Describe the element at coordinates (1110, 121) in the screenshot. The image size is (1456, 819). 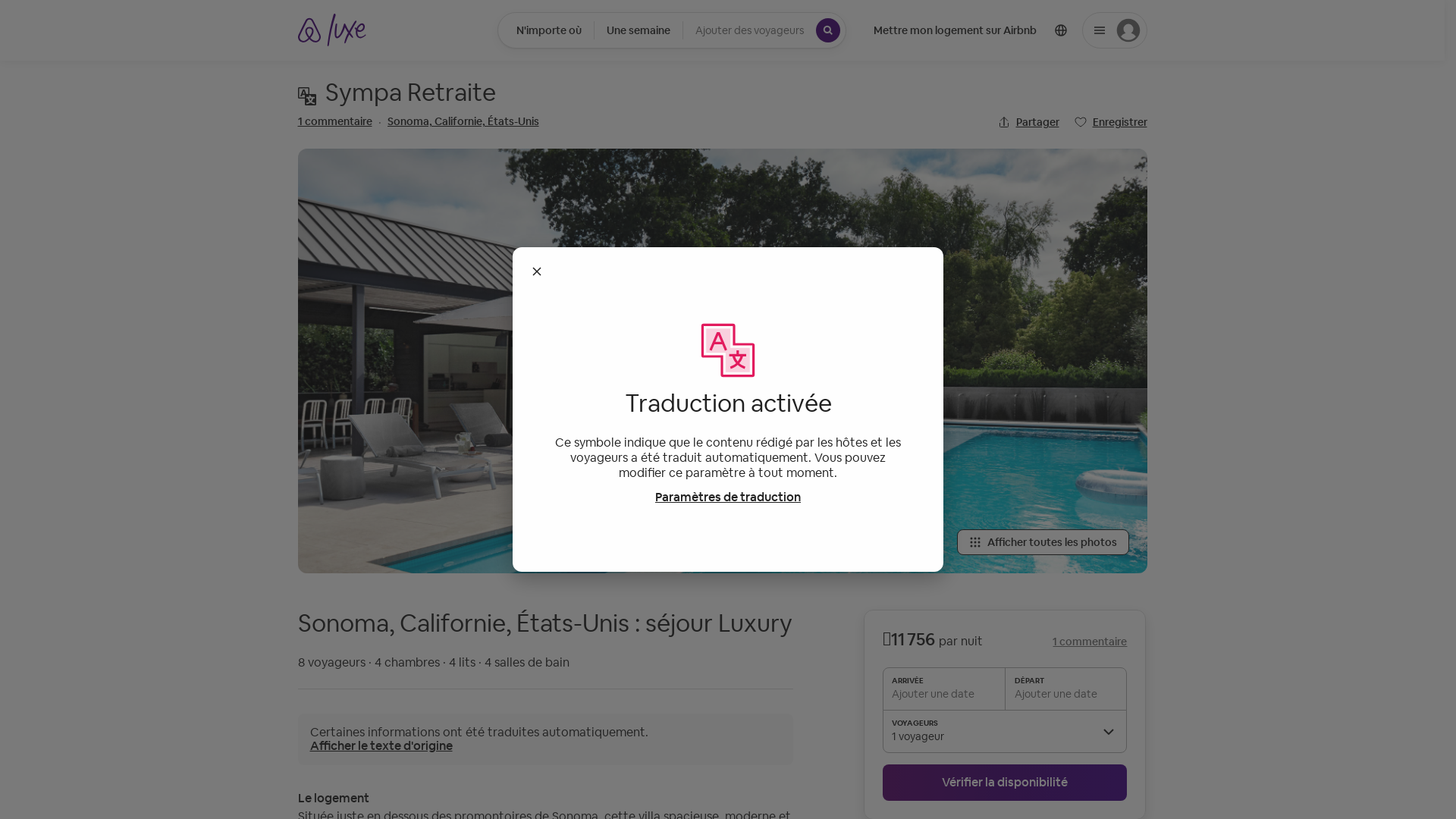
I see `'Enregistrer'` at that location.